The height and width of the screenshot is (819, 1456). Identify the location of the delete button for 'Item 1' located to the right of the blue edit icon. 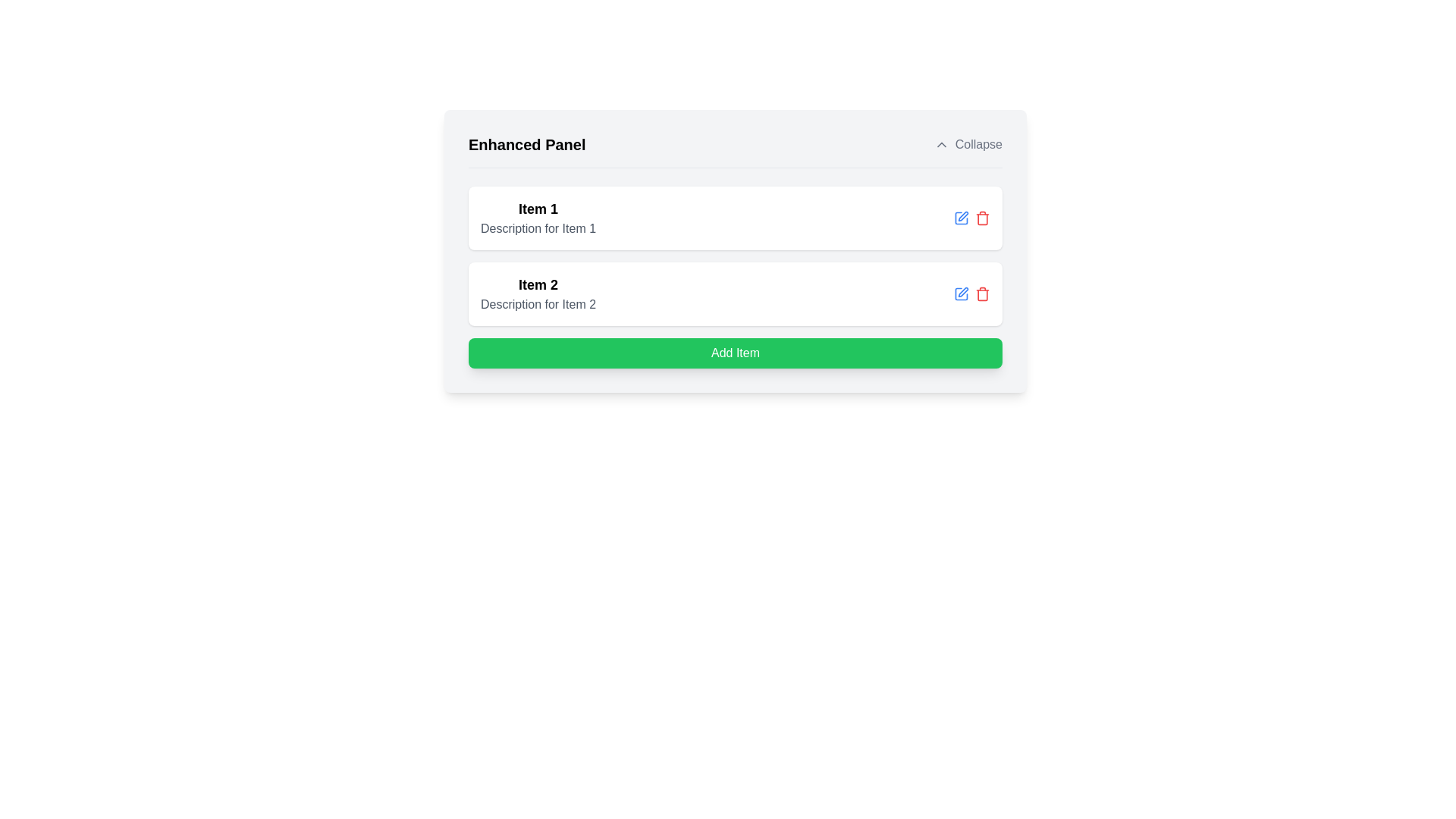
(983, 218).